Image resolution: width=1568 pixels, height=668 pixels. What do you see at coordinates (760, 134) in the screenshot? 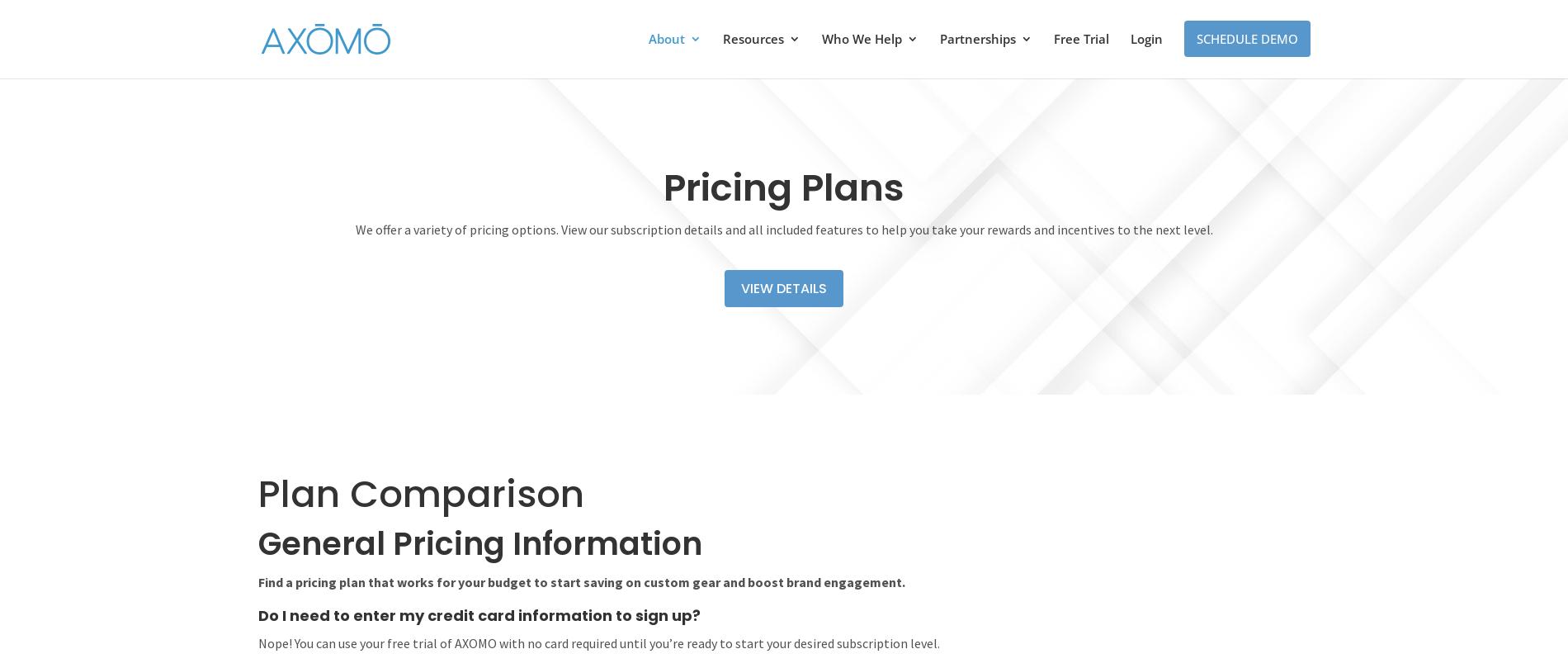
I see `'Blog'` at bounding box center [760, 134].